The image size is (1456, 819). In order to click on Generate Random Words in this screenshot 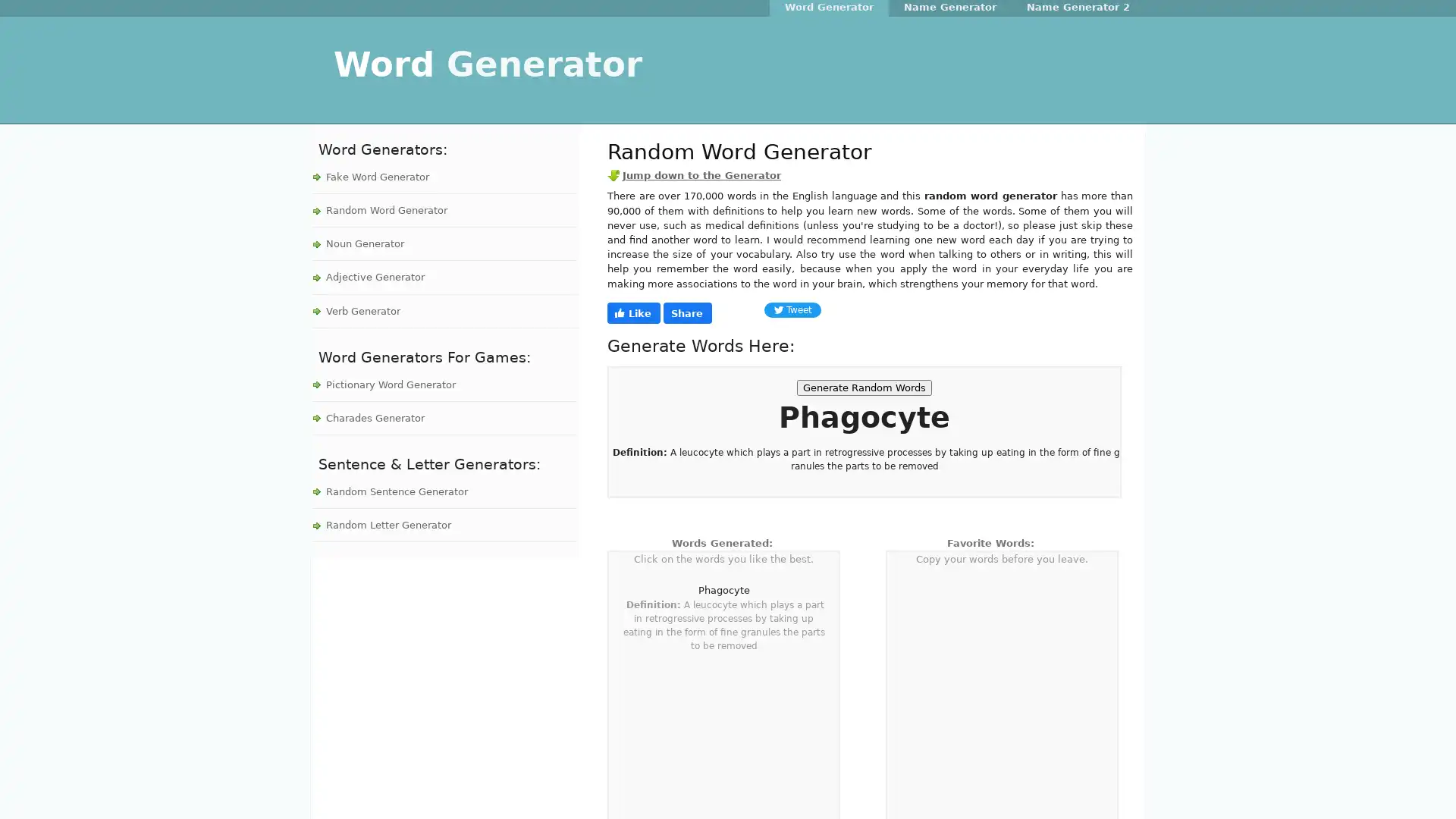, I will do `click(864, 387)`.